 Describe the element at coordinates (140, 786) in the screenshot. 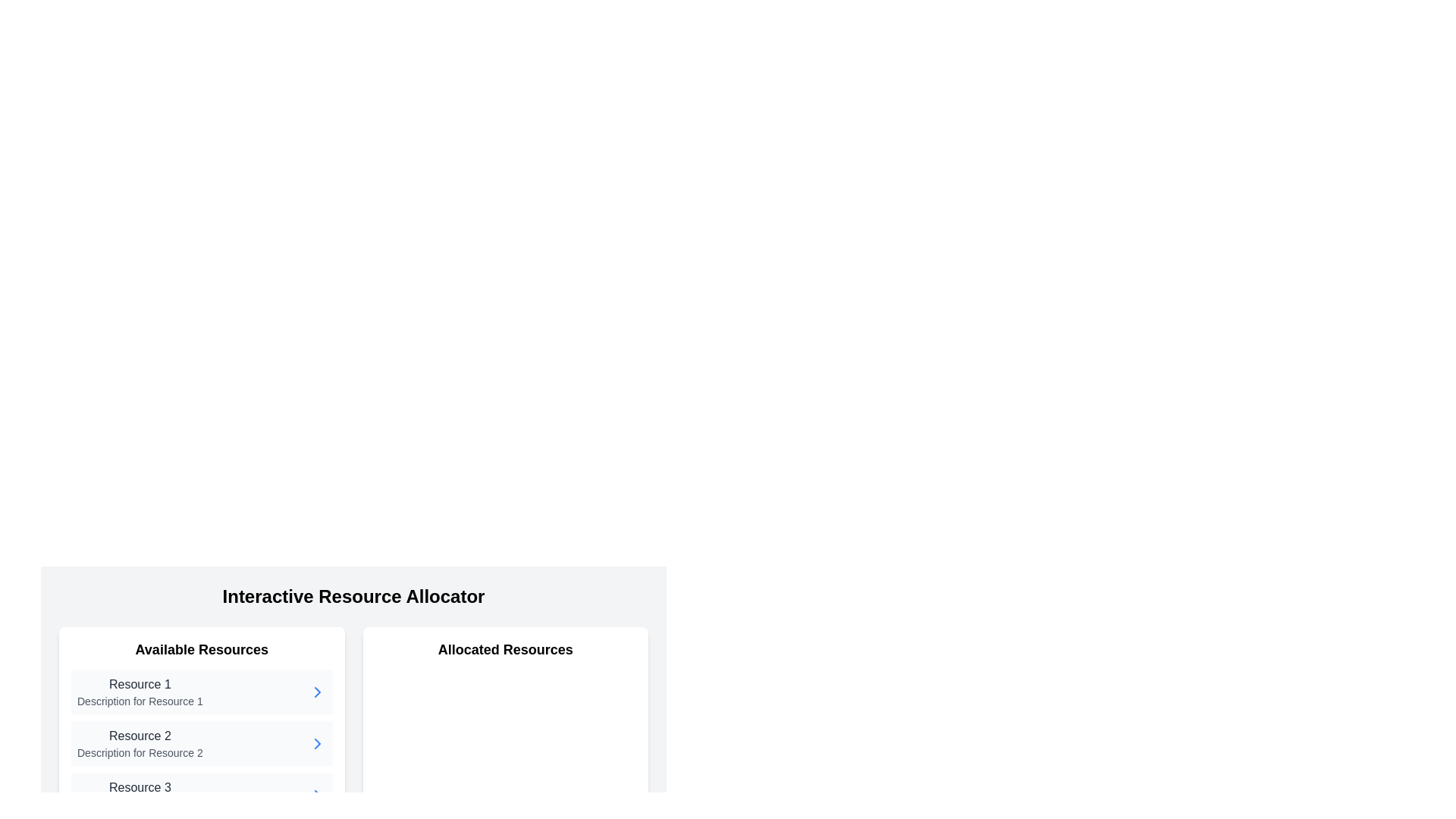

I see `the Text label that denotes a specific item or resource located at the bottom of the list under 'Available Resources'` at that location.